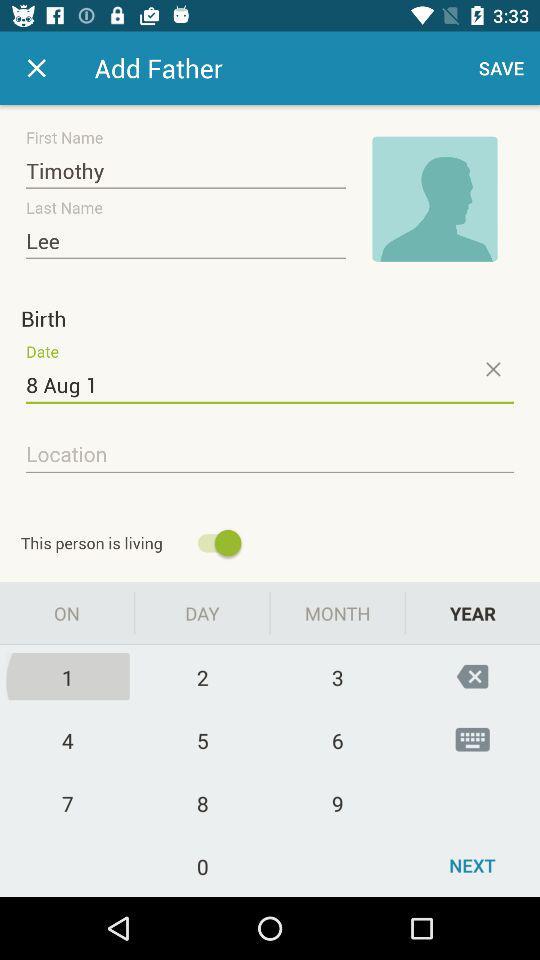 Image resolution: width=540 pixels, height=960 pixels. What do you see at coordinates (434, 199) in the screenshot?
I see `picture profile` at bounding box center [434, 199].